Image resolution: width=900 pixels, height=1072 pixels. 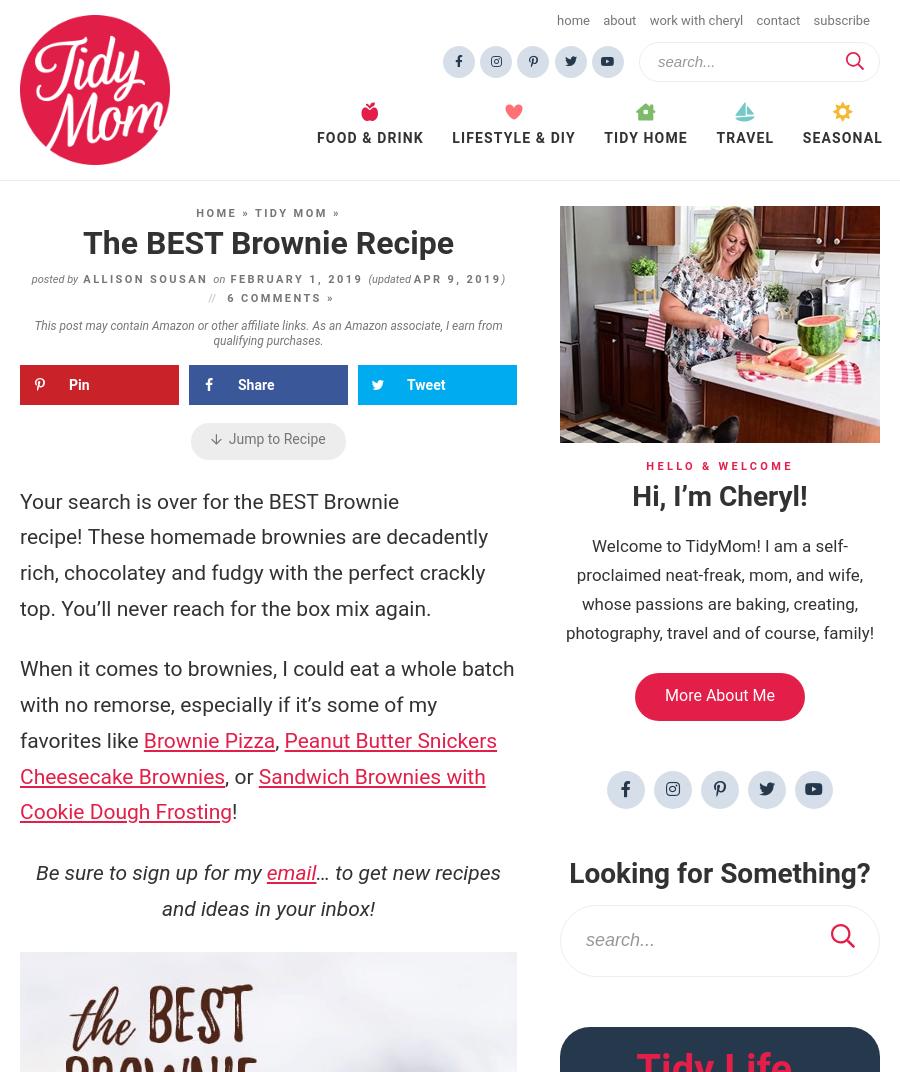 What do you see at coordinates (573, 19) in the screenshot?
I see `'Home'` at bounding box center [573, 19].